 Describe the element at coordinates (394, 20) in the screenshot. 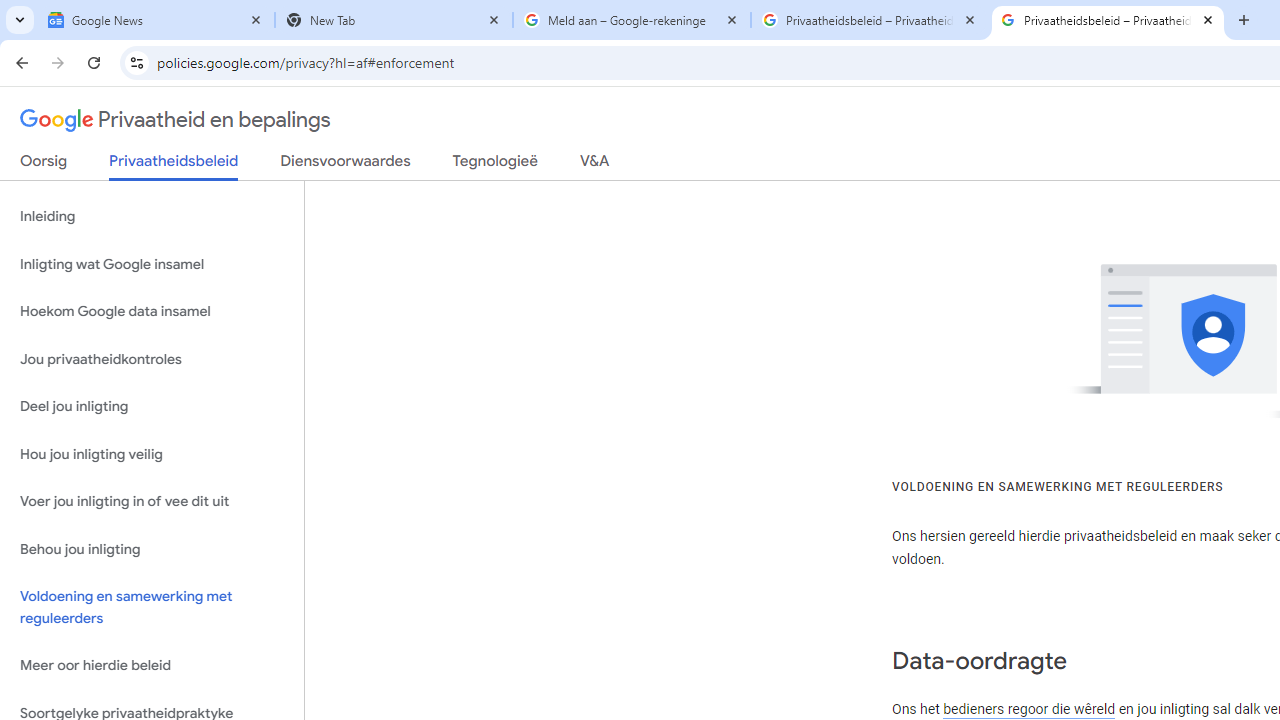

I see `'New Tab'` at that location.